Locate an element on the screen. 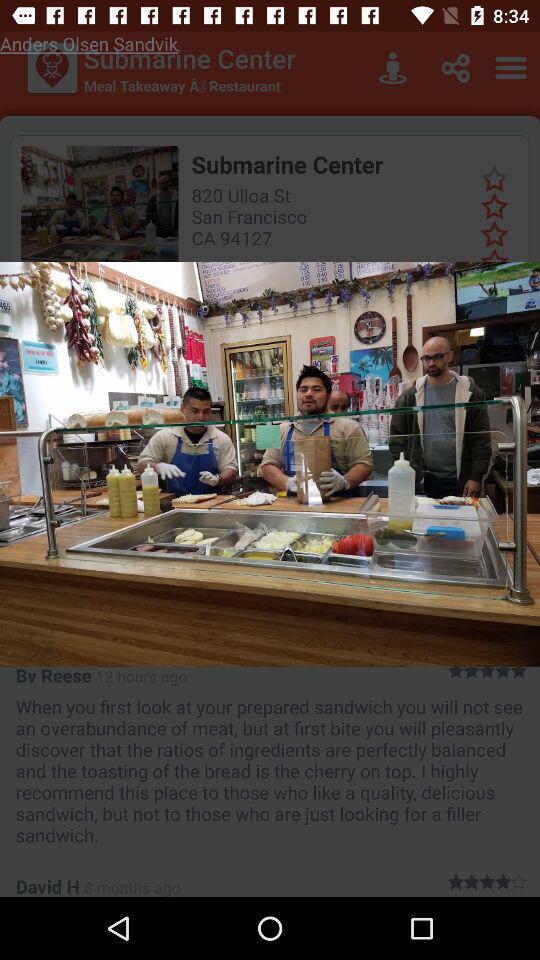 The height and width of the screenshot is (960, 540). anders olsen sandvik is located at coordinates (88, 42).